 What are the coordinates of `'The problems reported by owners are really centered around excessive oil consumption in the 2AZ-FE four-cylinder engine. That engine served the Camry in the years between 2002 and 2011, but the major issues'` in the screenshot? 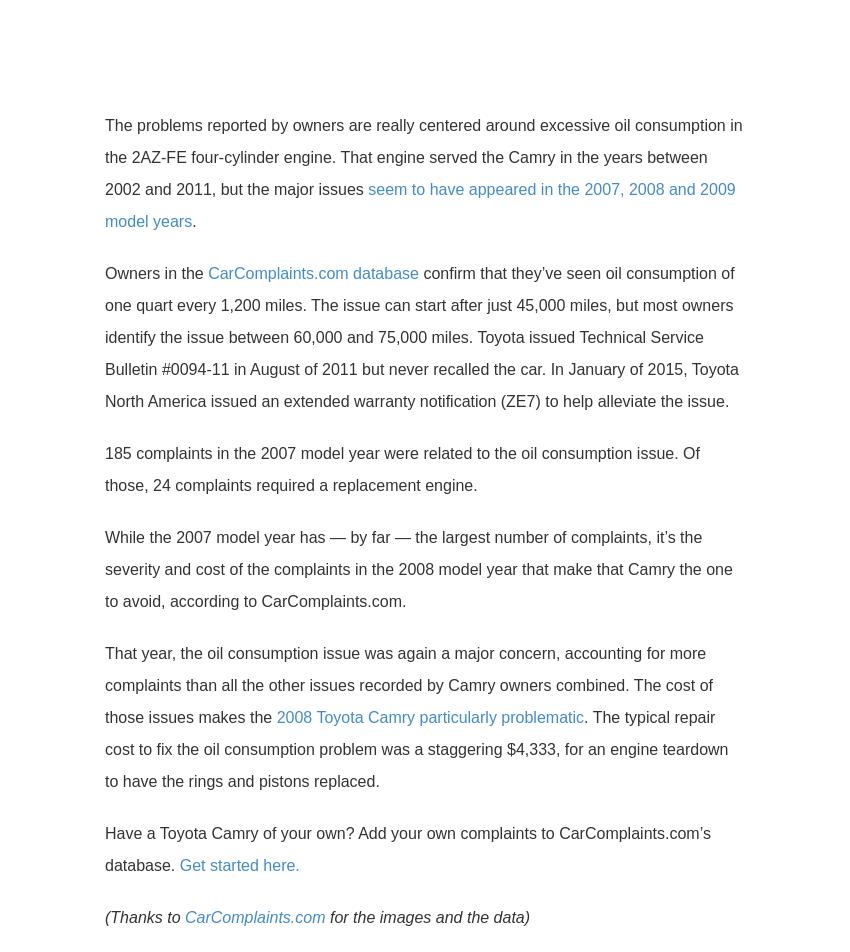 It's located at (103, 157).